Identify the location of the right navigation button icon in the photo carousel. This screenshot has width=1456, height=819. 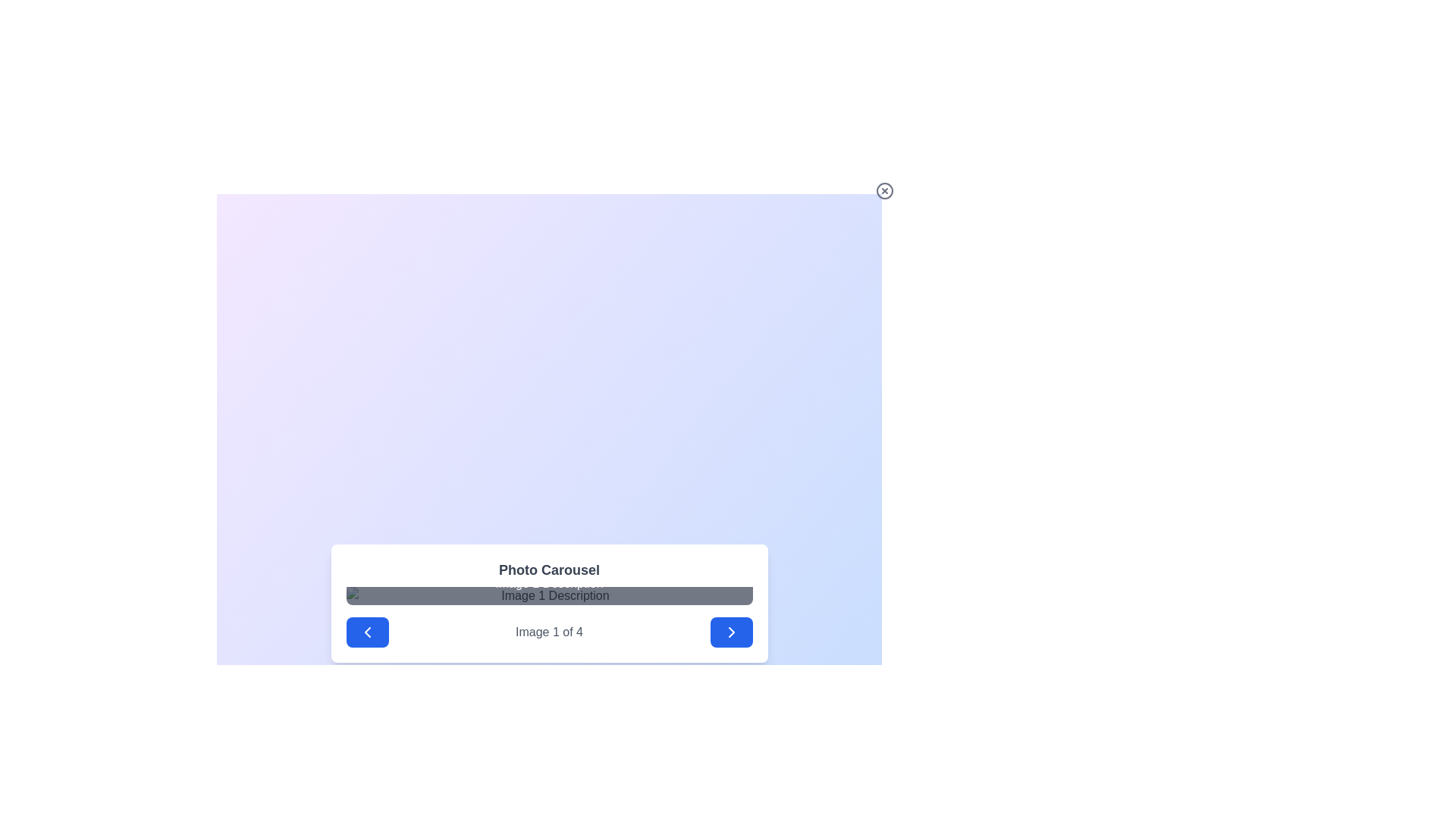
(731, 632).